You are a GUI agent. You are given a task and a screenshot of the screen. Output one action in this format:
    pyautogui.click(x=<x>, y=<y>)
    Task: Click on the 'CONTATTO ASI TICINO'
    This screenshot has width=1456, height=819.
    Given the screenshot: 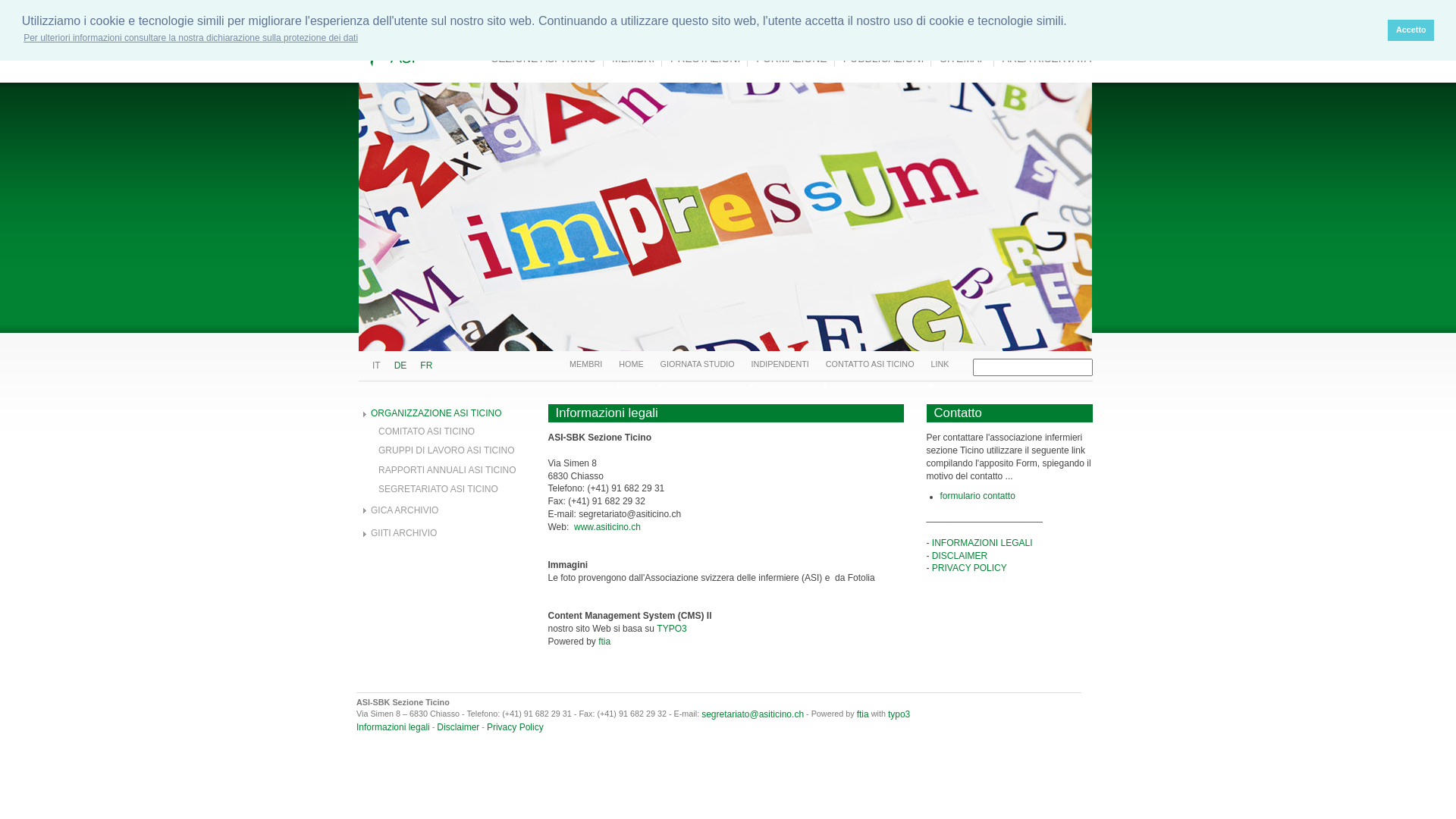 What is the action you would take?
    pyautogui.click(x=825, y=363)
    